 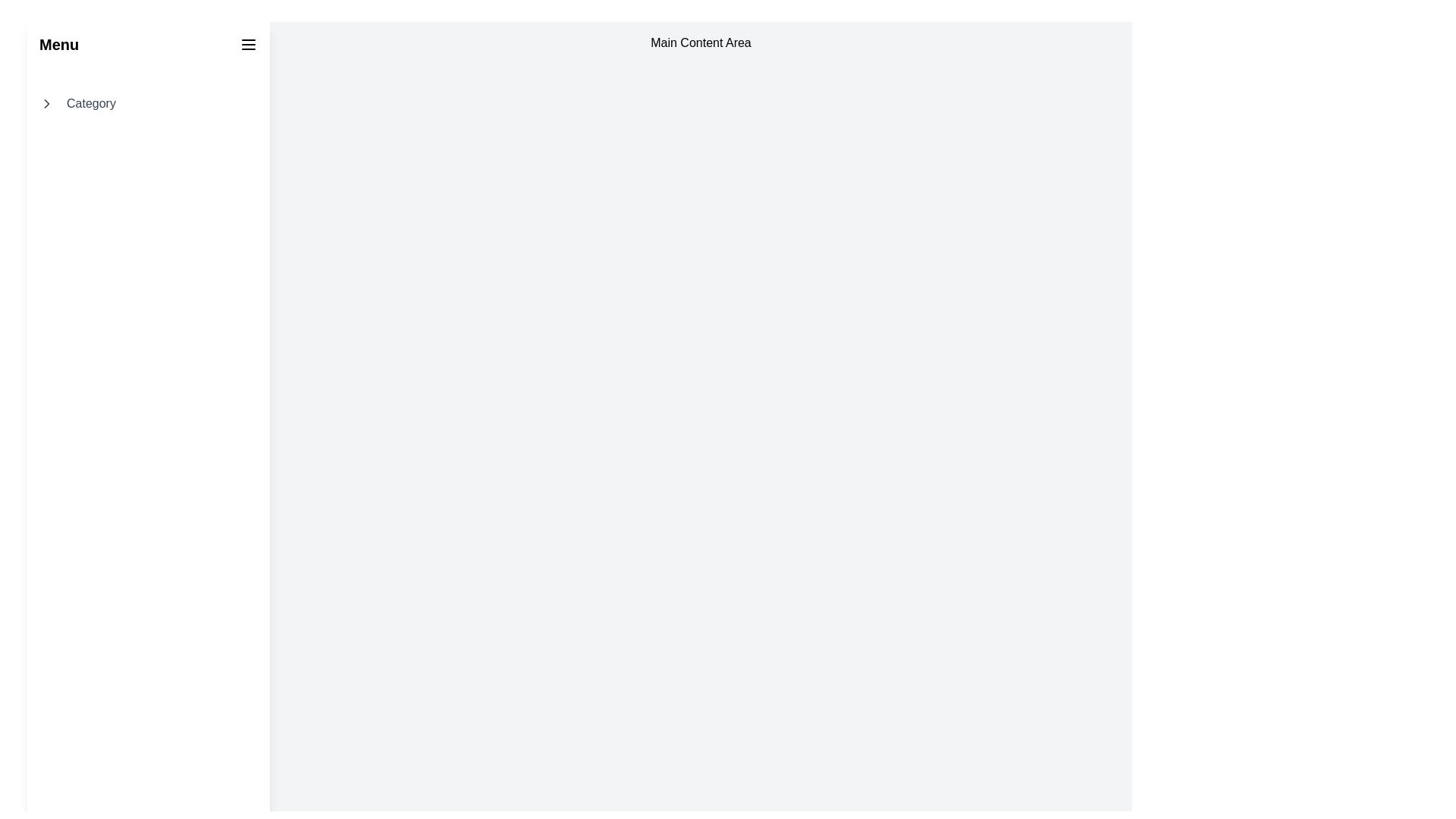 I want to click on the bold, large-sized text label that reads 'Menu', positioned at the top-left corner of the interface, ensuring it is visually constrained without wrapping, so click(x=59, y=43).